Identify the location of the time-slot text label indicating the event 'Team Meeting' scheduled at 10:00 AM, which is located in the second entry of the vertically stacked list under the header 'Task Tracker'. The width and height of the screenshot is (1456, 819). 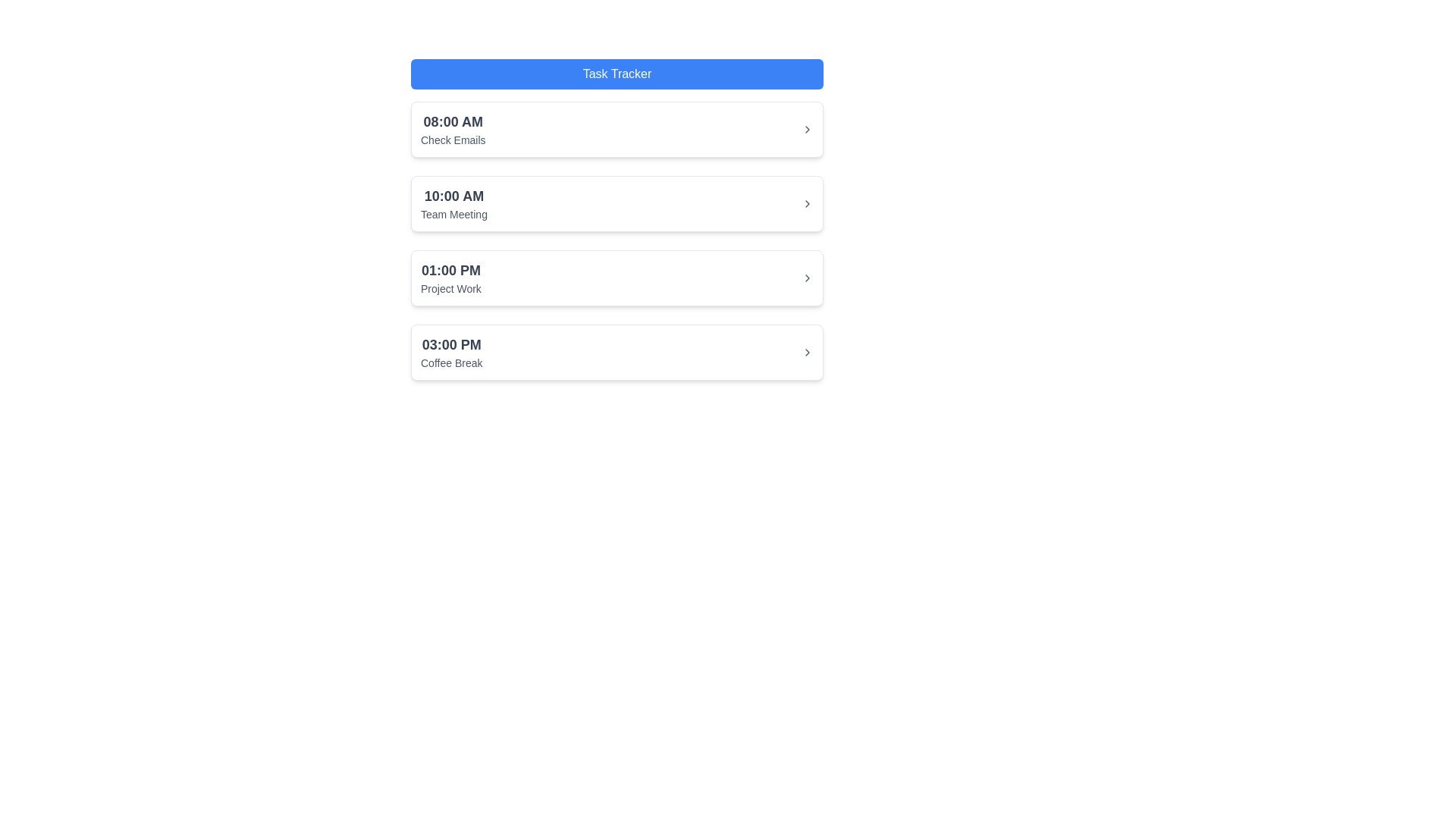
(453, 195).